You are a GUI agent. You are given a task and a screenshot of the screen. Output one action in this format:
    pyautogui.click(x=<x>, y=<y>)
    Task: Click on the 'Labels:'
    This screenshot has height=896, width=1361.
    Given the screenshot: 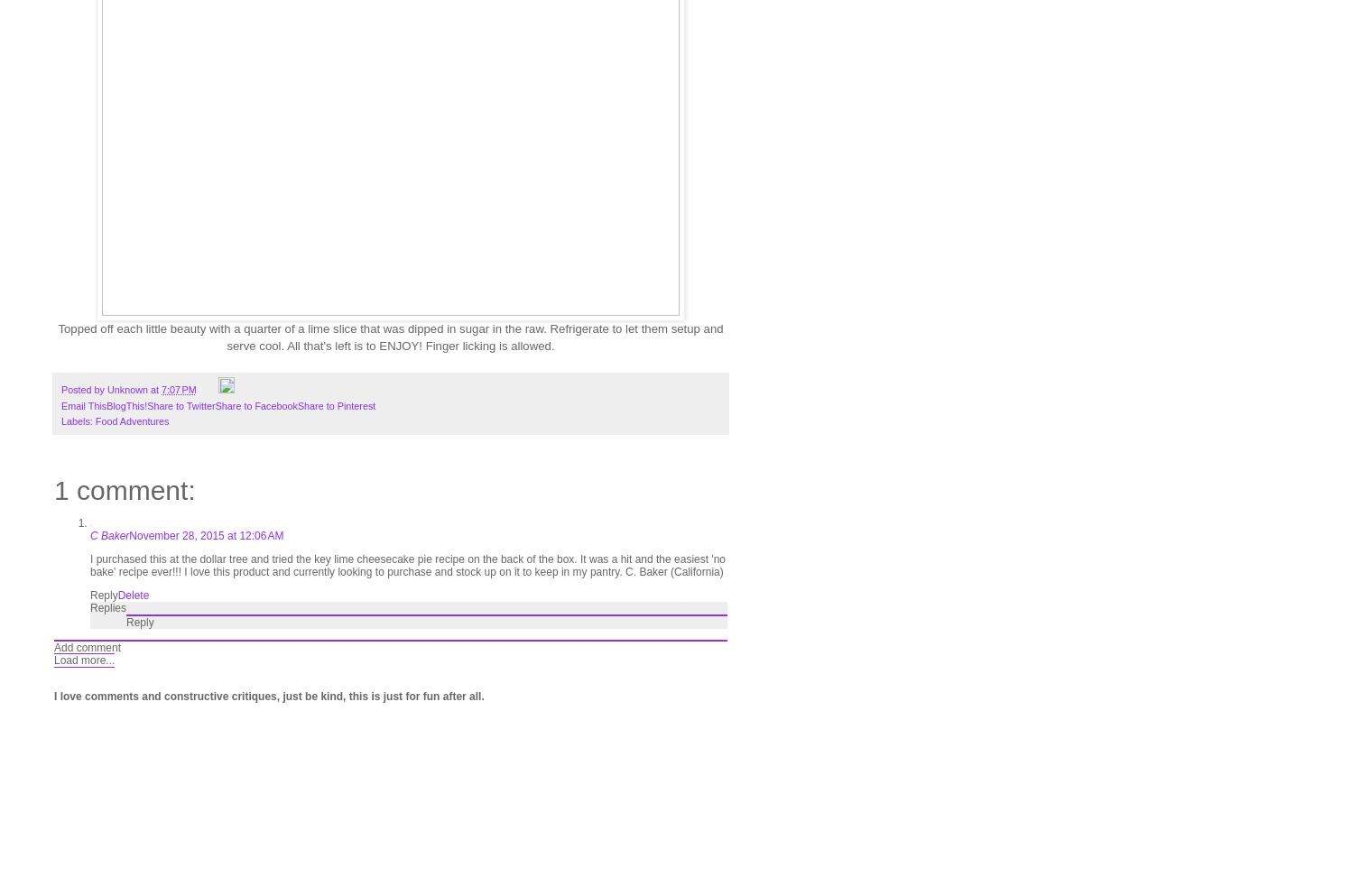 What is the action you would take?
    pyautogui.click(x=78, y=420)
    